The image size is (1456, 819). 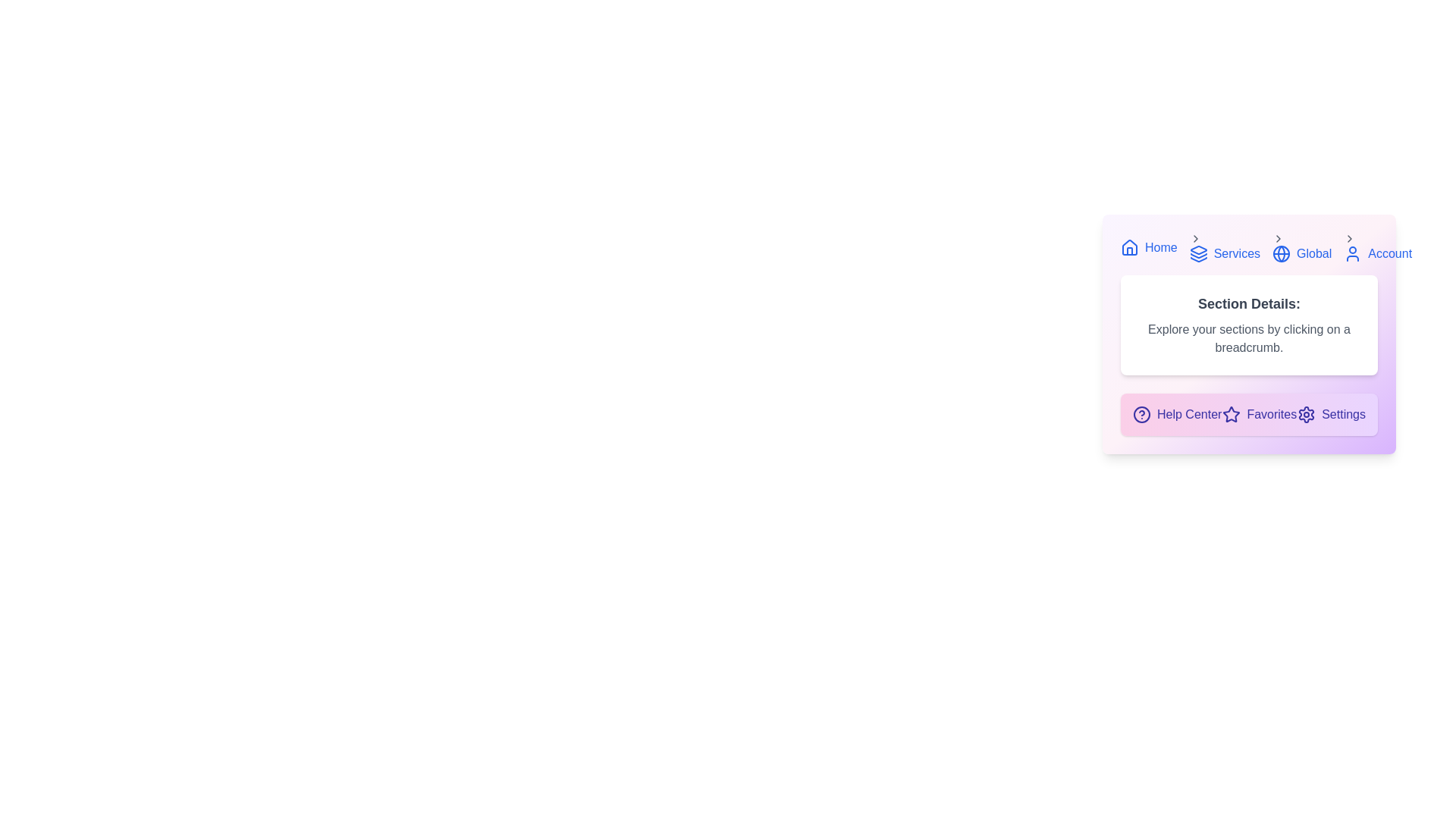 I want to click on text element displaying 'Explore your sections by clicking on a breadcrumb.' which is located directly beneath 'Section Details:' within a white, rounded box, so click(x=1249, y=338).